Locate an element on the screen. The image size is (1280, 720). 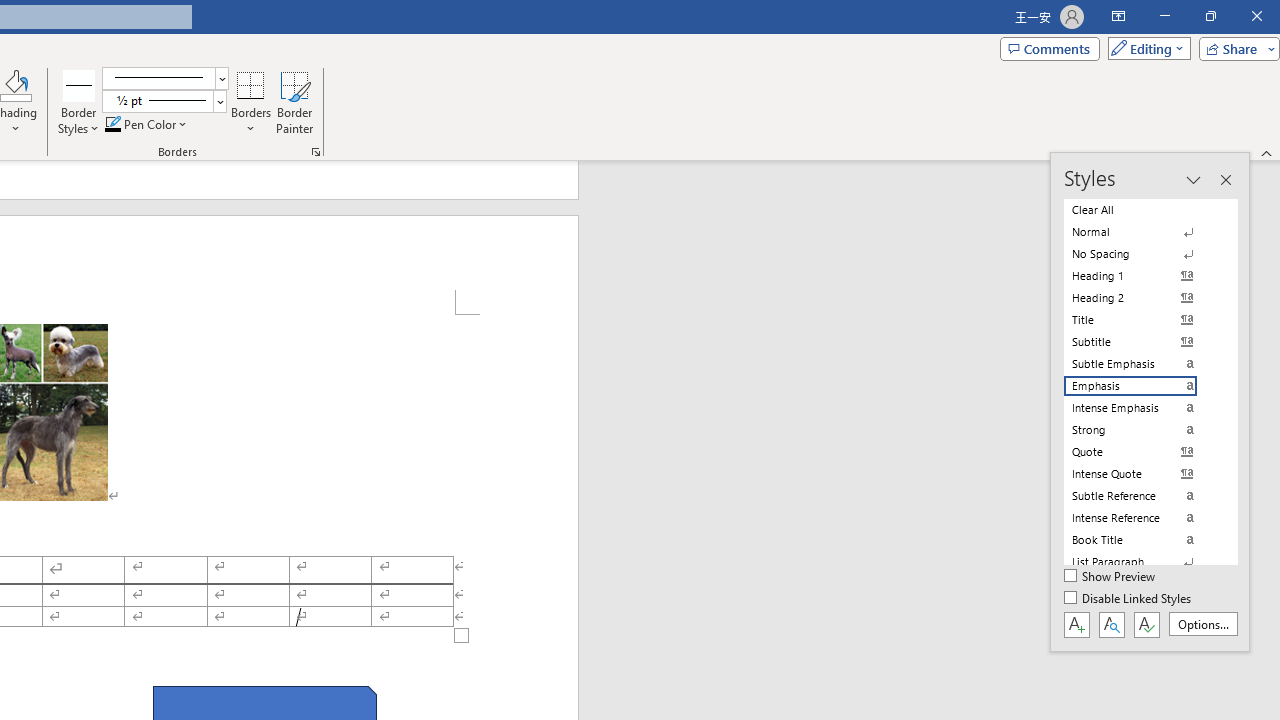
'Quote' is located at coordinates (1142, 451).